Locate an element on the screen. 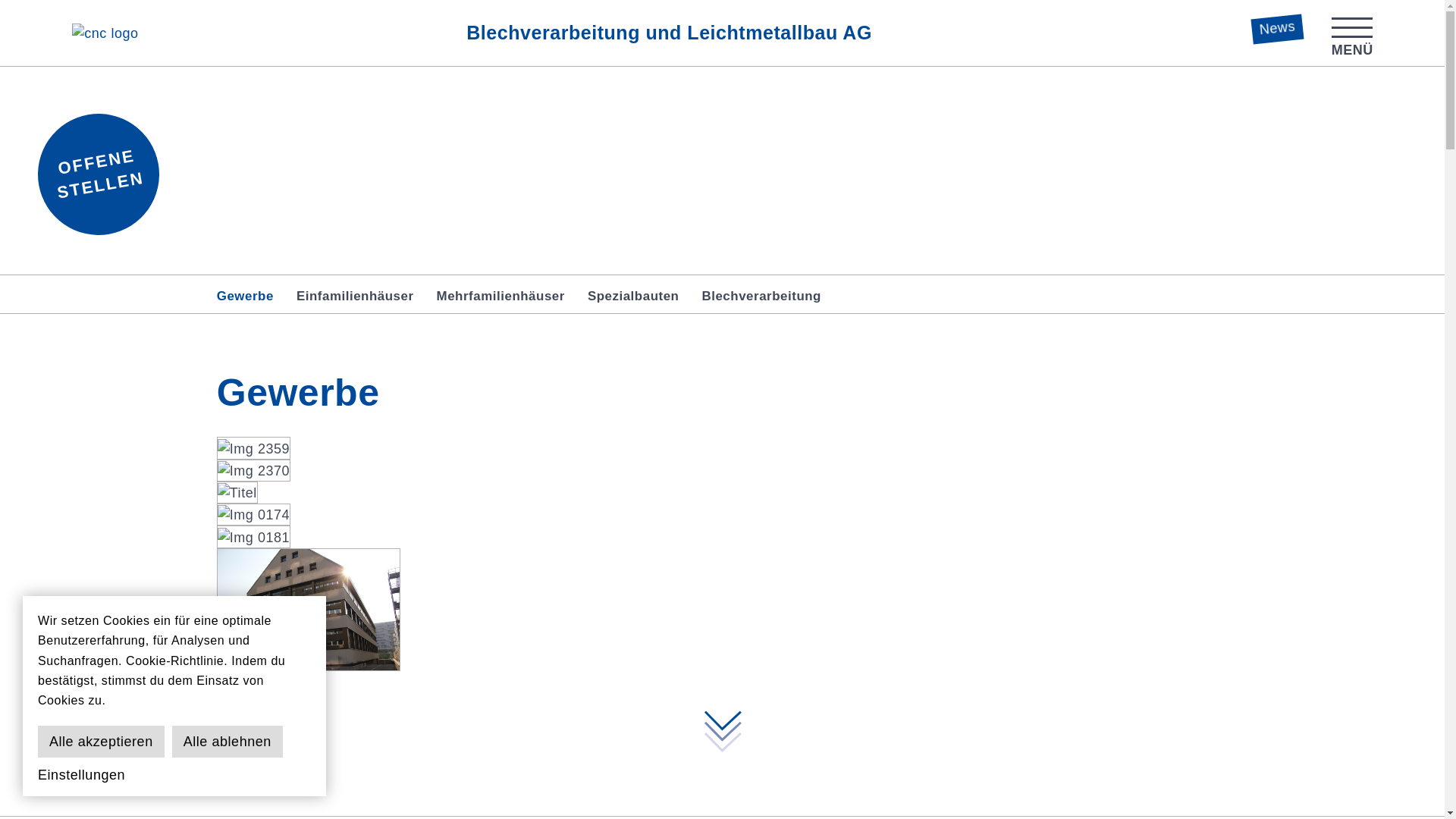 The image size is (1456, 819). 'OFFENE STELLEN' is located at coordinates (94, 166).